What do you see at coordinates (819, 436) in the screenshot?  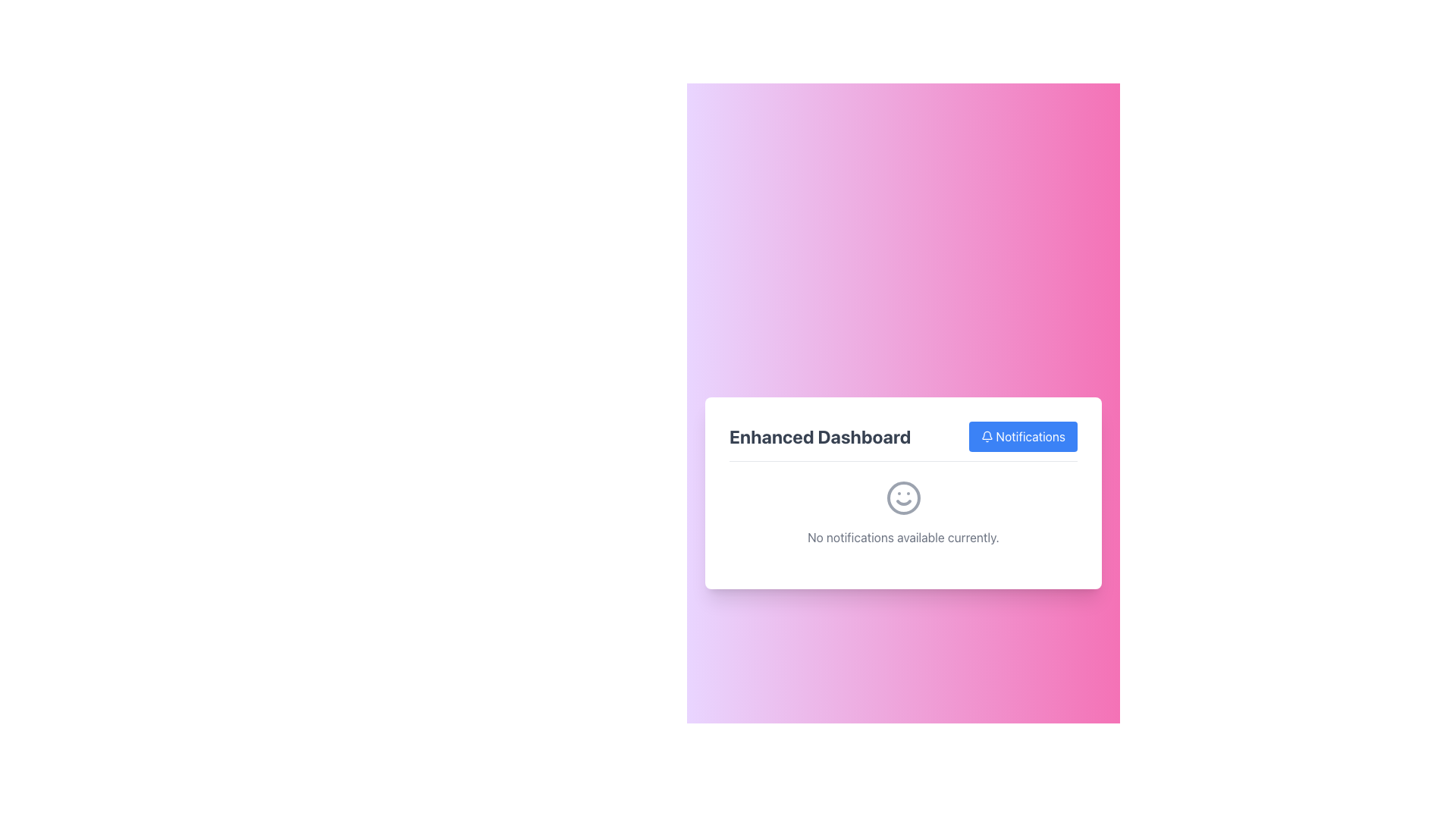 I see `the Text Label that serves as a title or heading for the section` at bounding box center [819, 436].